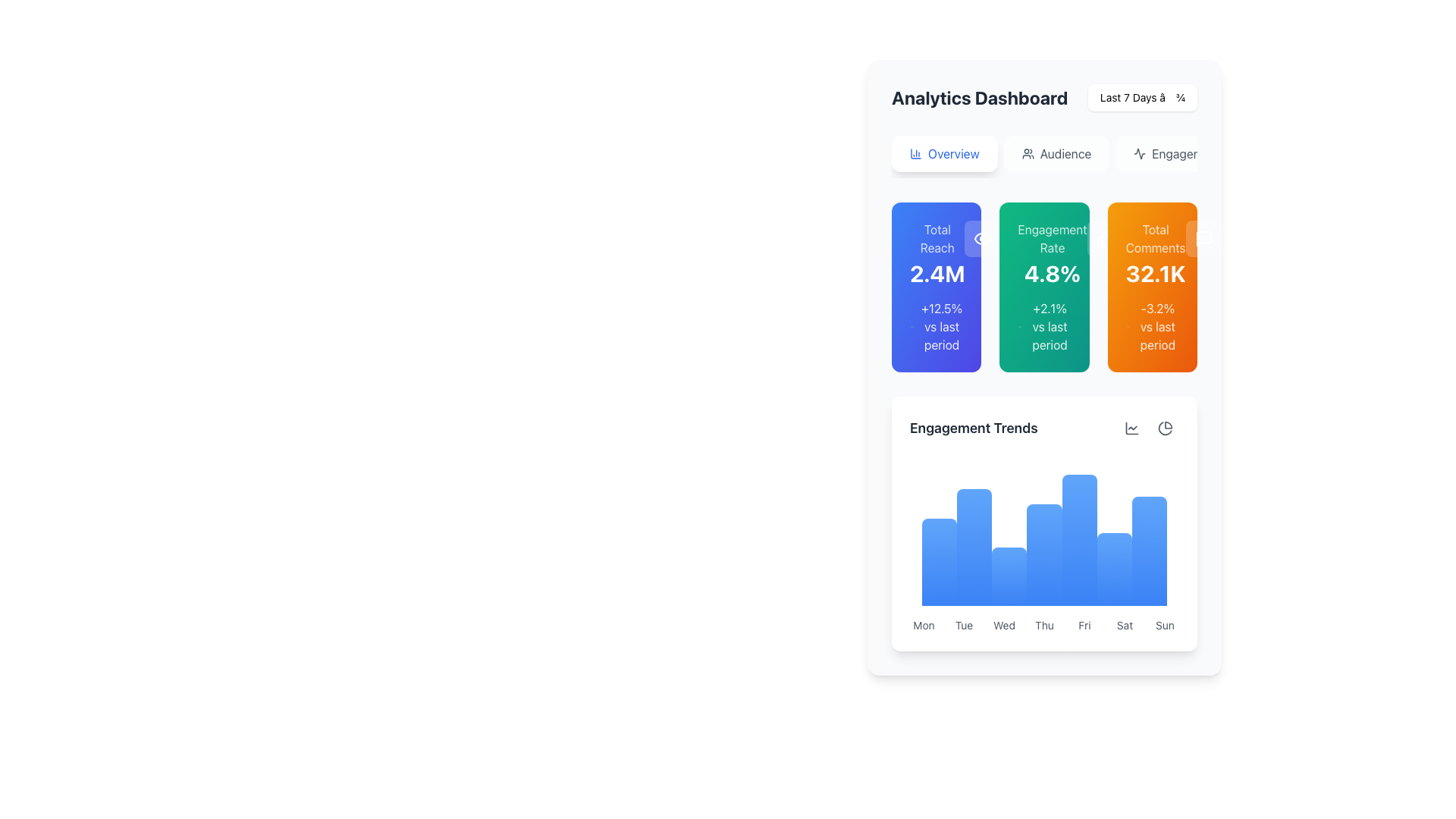 The image size is (1456, 819). Describe the element at coordinates (1043, 326) in the screenshot. I see `the text label reading '+2.1% vs last period' located below the bold percentage value (4.8%) in the Engagement Rate card to utilize the information conveyed in the label for understanding trends` at that location.